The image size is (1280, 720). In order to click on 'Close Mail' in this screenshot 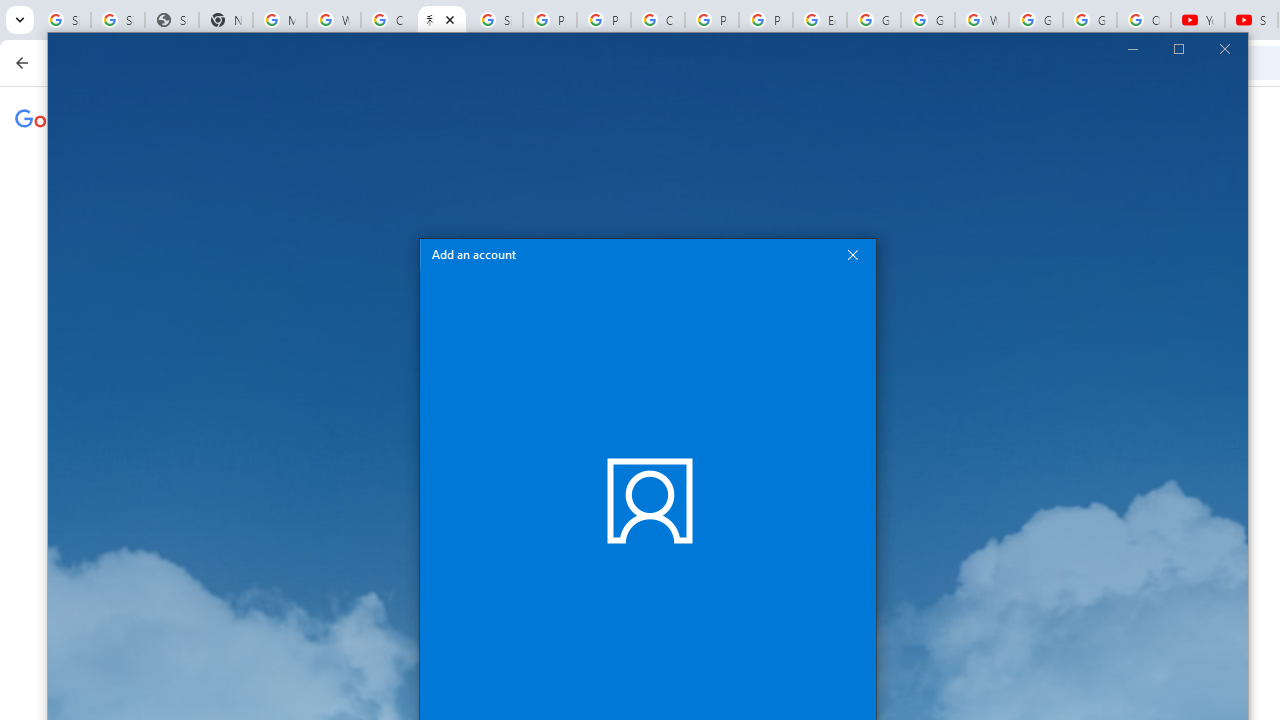, I will do `click(1223, 47)`.